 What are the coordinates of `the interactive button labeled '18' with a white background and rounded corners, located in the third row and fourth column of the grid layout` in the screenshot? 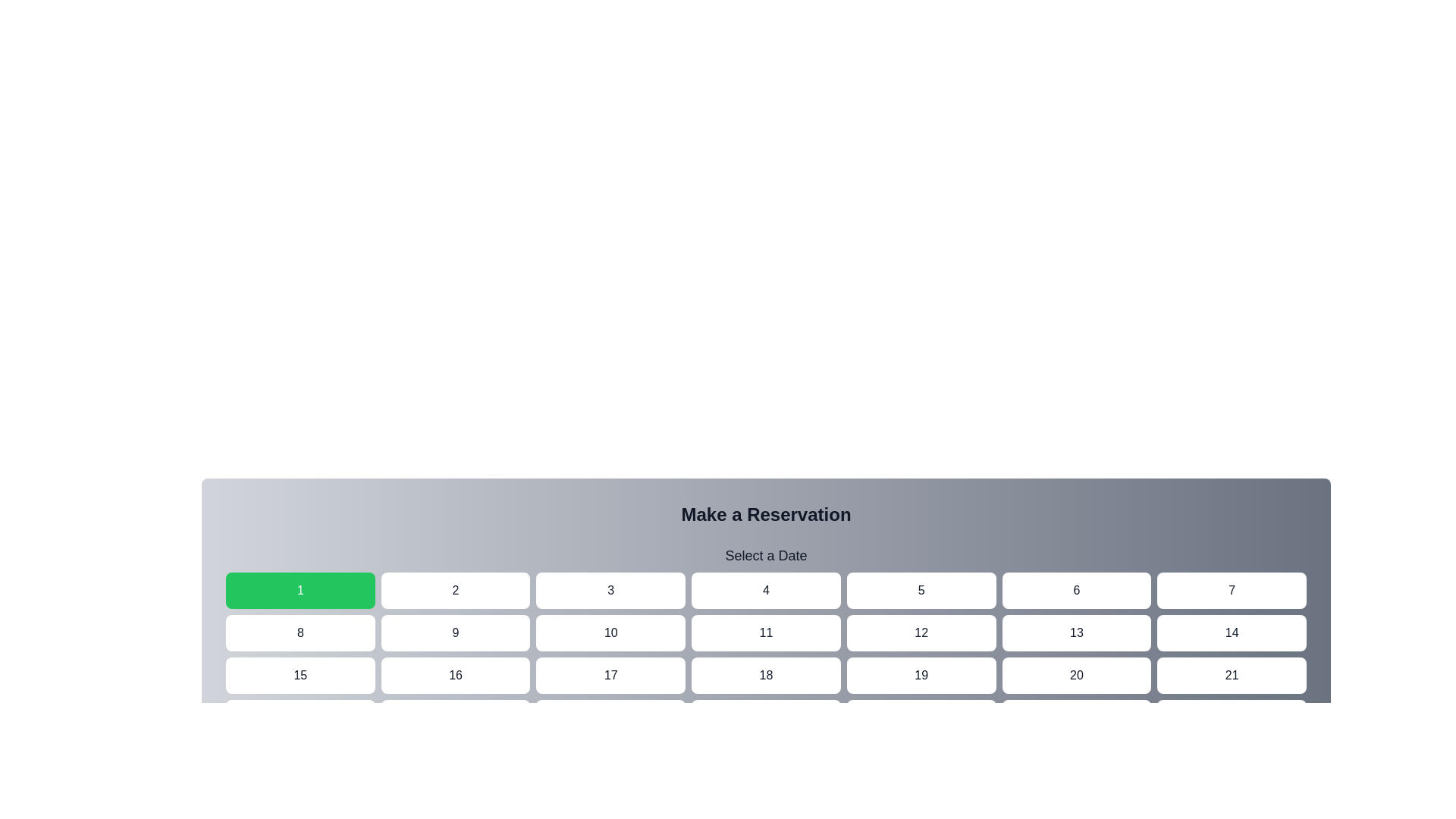 It's located at (766, 675).